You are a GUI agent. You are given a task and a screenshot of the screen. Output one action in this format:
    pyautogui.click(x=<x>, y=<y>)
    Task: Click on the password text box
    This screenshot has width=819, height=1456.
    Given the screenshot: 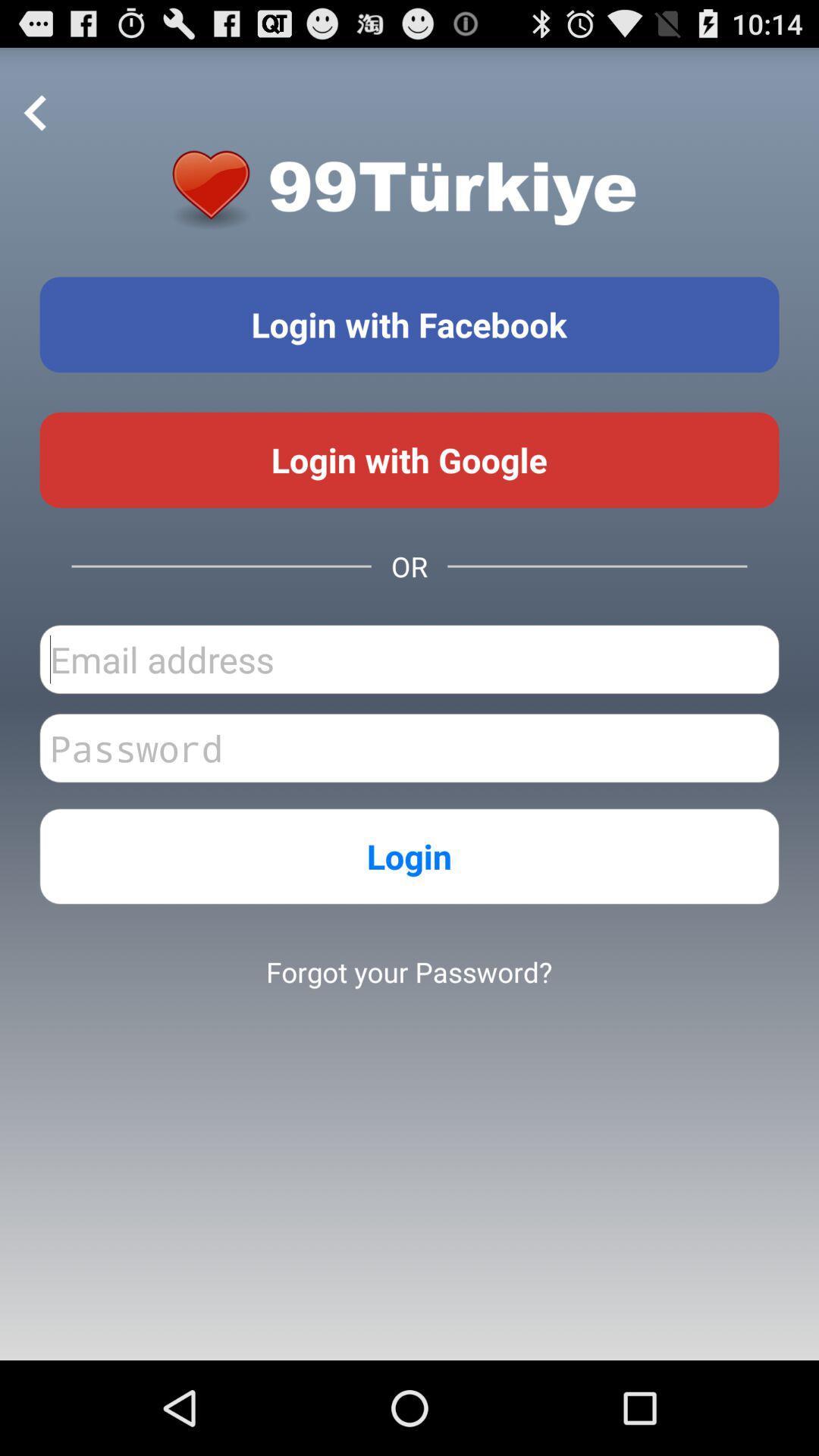 What is the action you would take?
    pyautogui.click(x=409, y=748)
    